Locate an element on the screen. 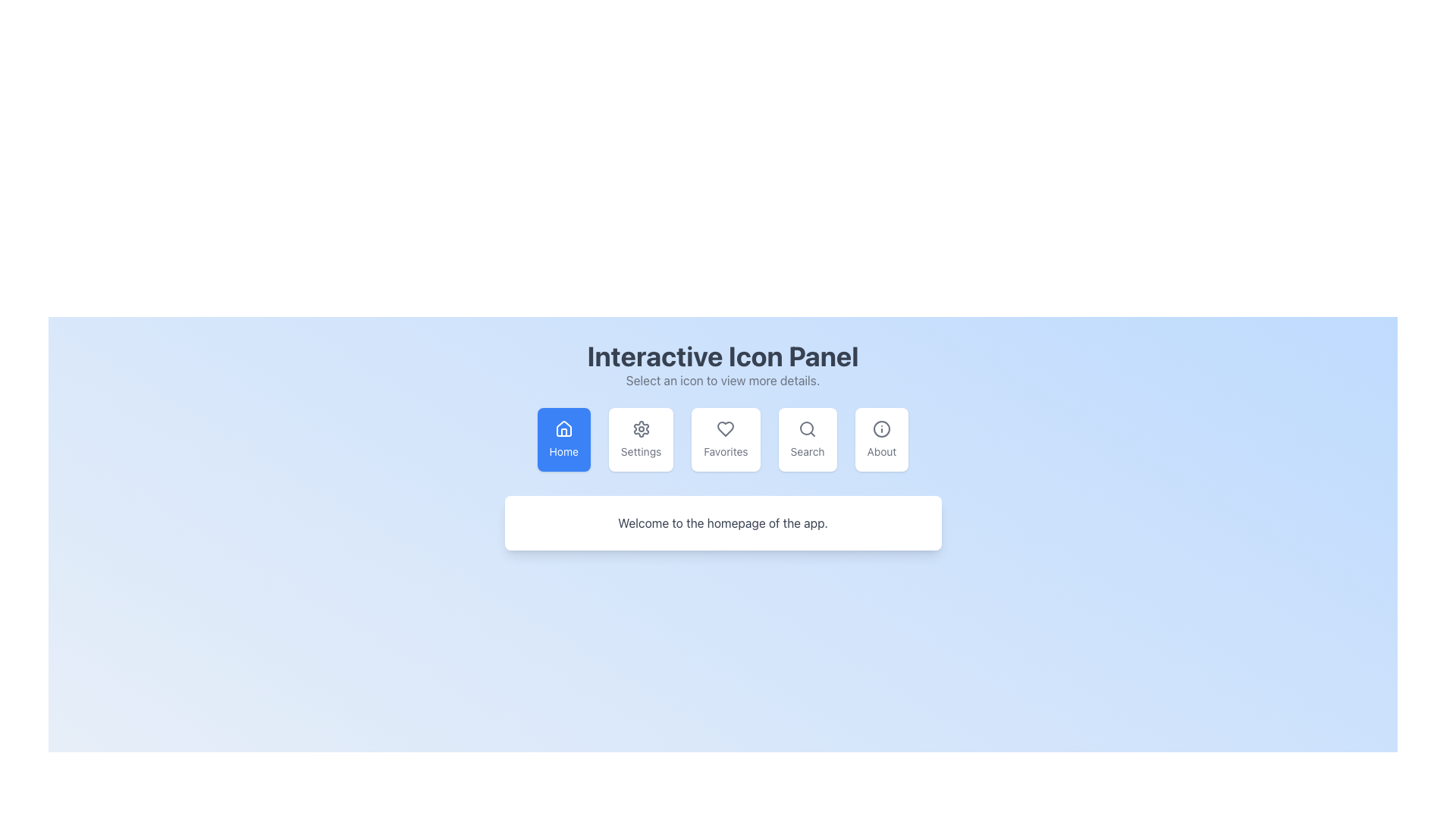  the text label that indicates the button's functionality related to application settings, which is located centrally below a gear icon in the second button from the left in the interactive panel of icons is located at coordinates (641, 451).